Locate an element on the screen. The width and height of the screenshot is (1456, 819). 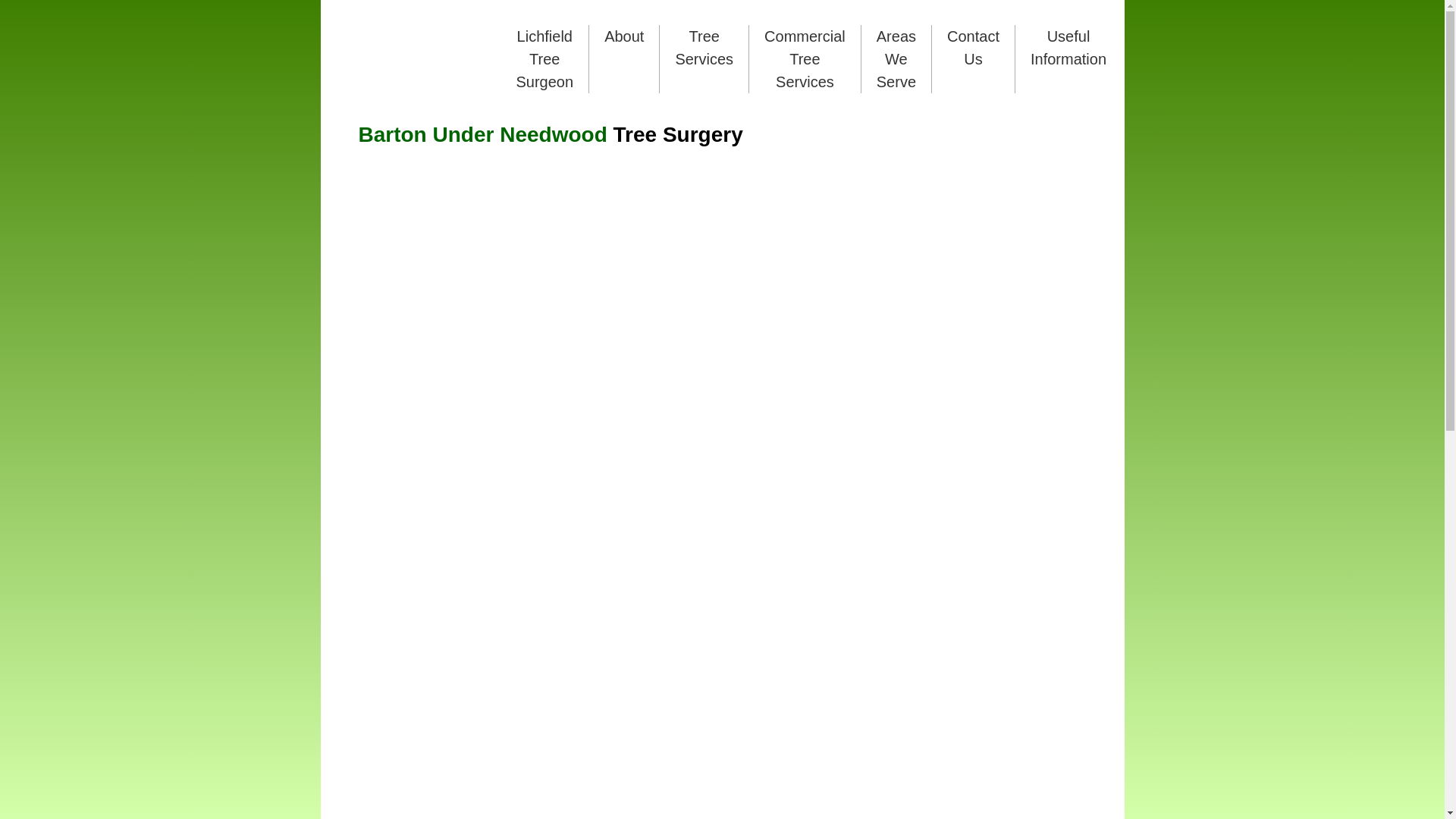
'Lichfield Tree Surgeon' is located at coordinates (544, 58).